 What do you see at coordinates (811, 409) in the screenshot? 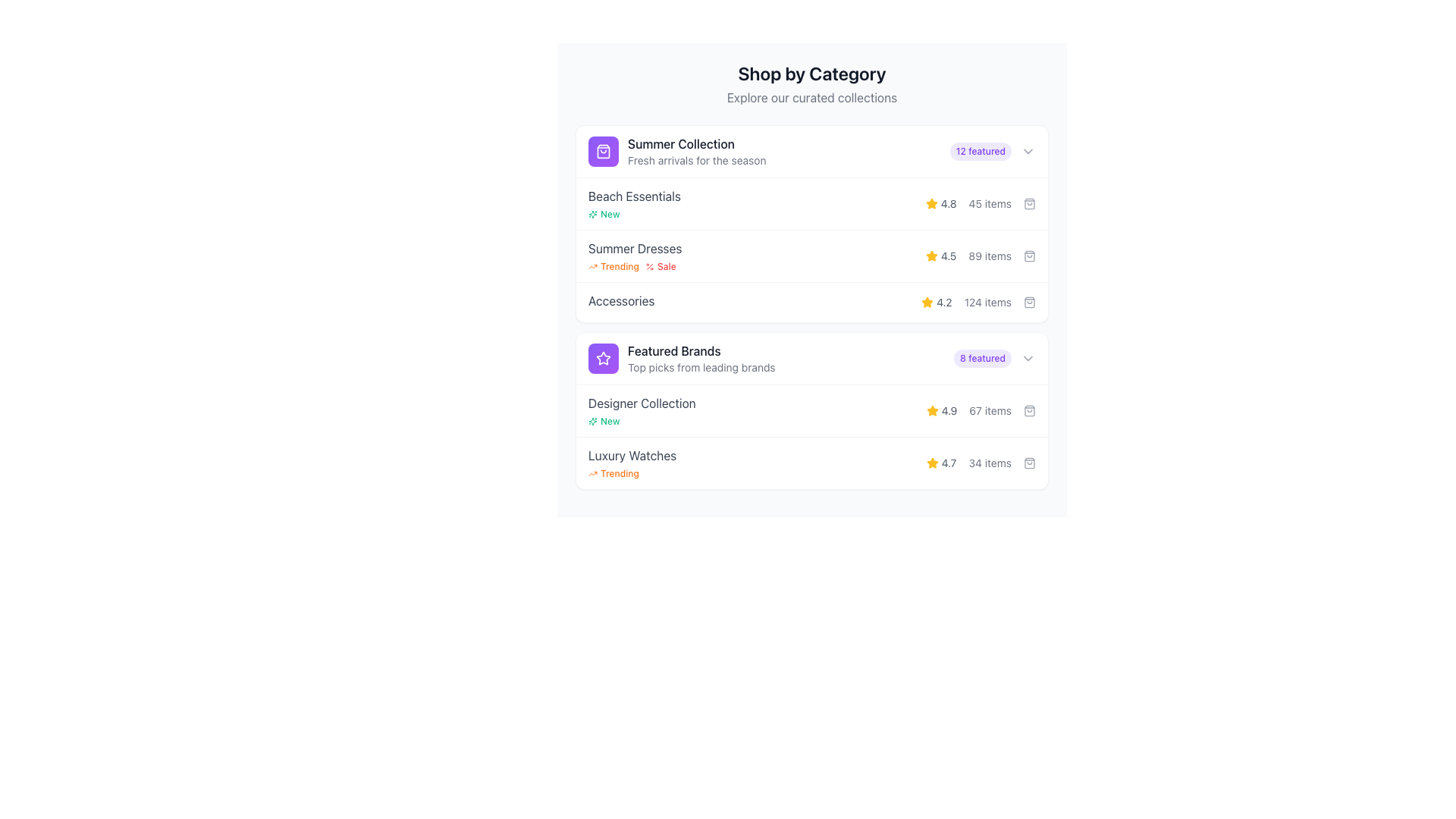
I see `rating details of the 'Designer Collection' category list item, which is the first item under the 'Featured Brands' section` at bounding box center [811, 409].